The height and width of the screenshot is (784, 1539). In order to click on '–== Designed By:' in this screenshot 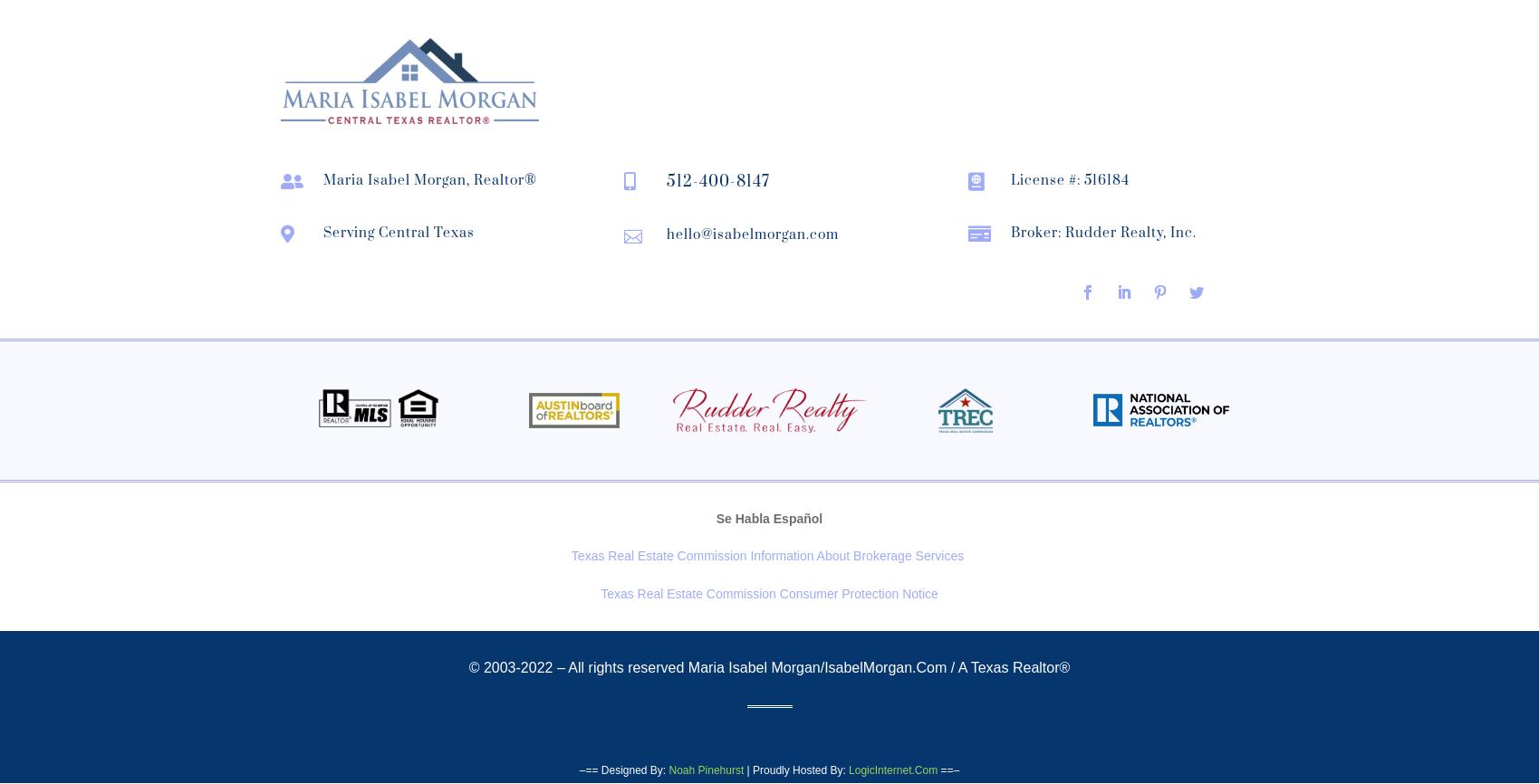, I will do `click(622, 768)`.